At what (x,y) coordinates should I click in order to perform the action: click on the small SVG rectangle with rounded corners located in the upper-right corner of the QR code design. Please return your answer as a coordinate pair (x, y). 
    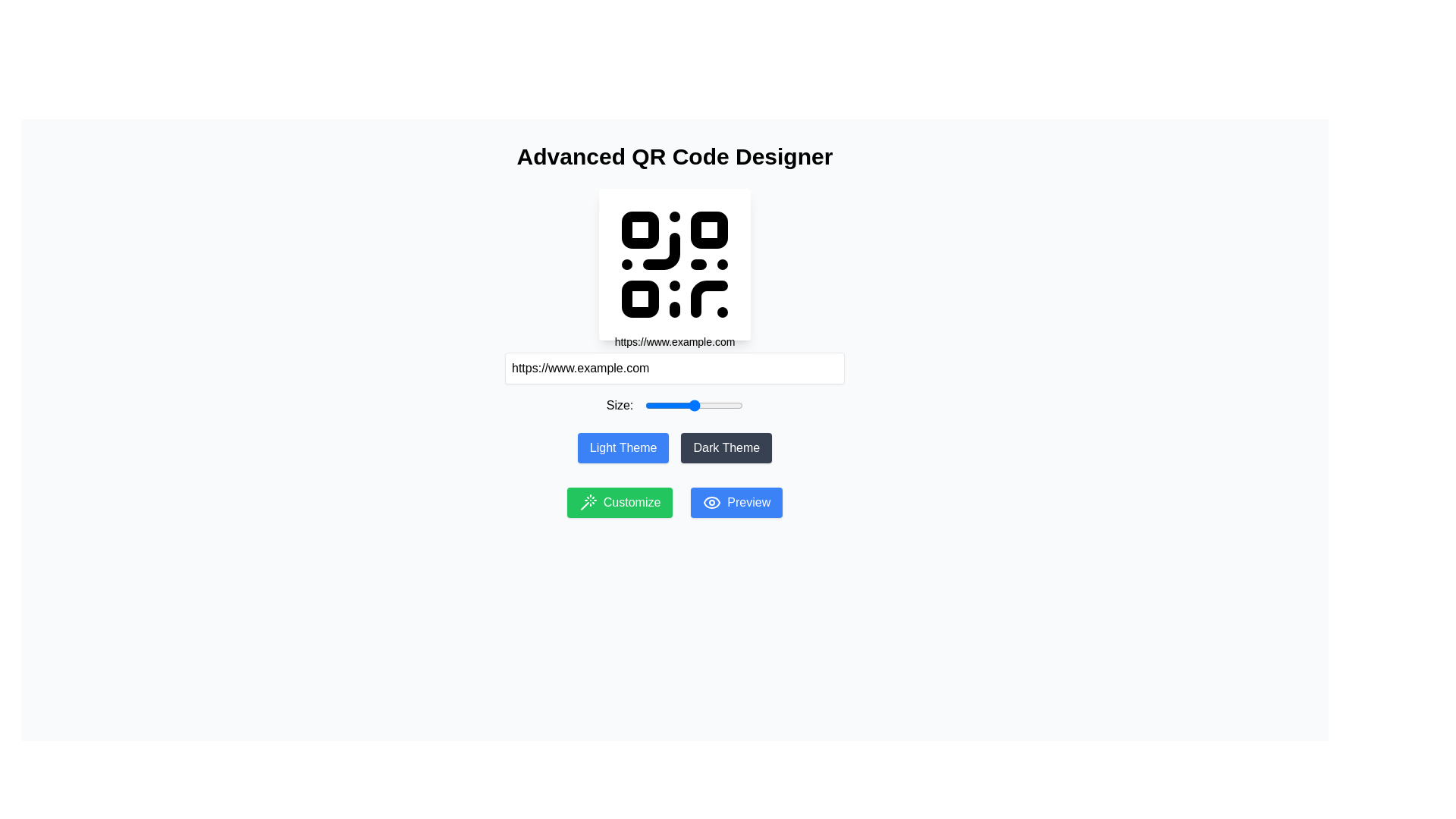
    Looking at the image, I should click on (708, 230).